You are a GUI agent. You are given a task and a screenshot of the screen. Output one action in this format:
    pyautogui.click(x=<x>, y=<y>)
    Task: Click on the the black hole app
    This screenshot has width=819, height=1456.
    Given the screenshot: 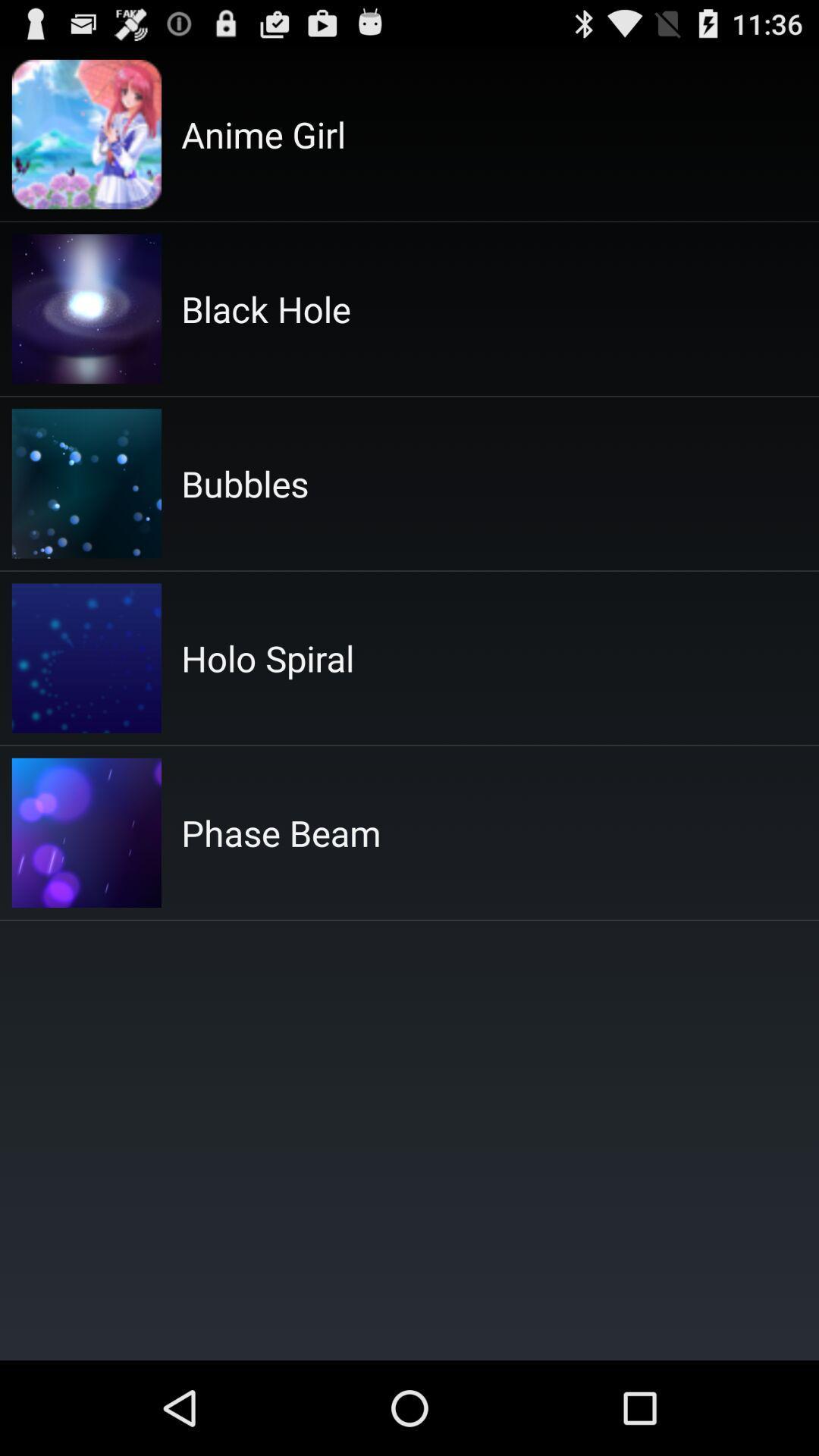 What is the action you would take?
    pyautogui.click(x=265, y=308)
    